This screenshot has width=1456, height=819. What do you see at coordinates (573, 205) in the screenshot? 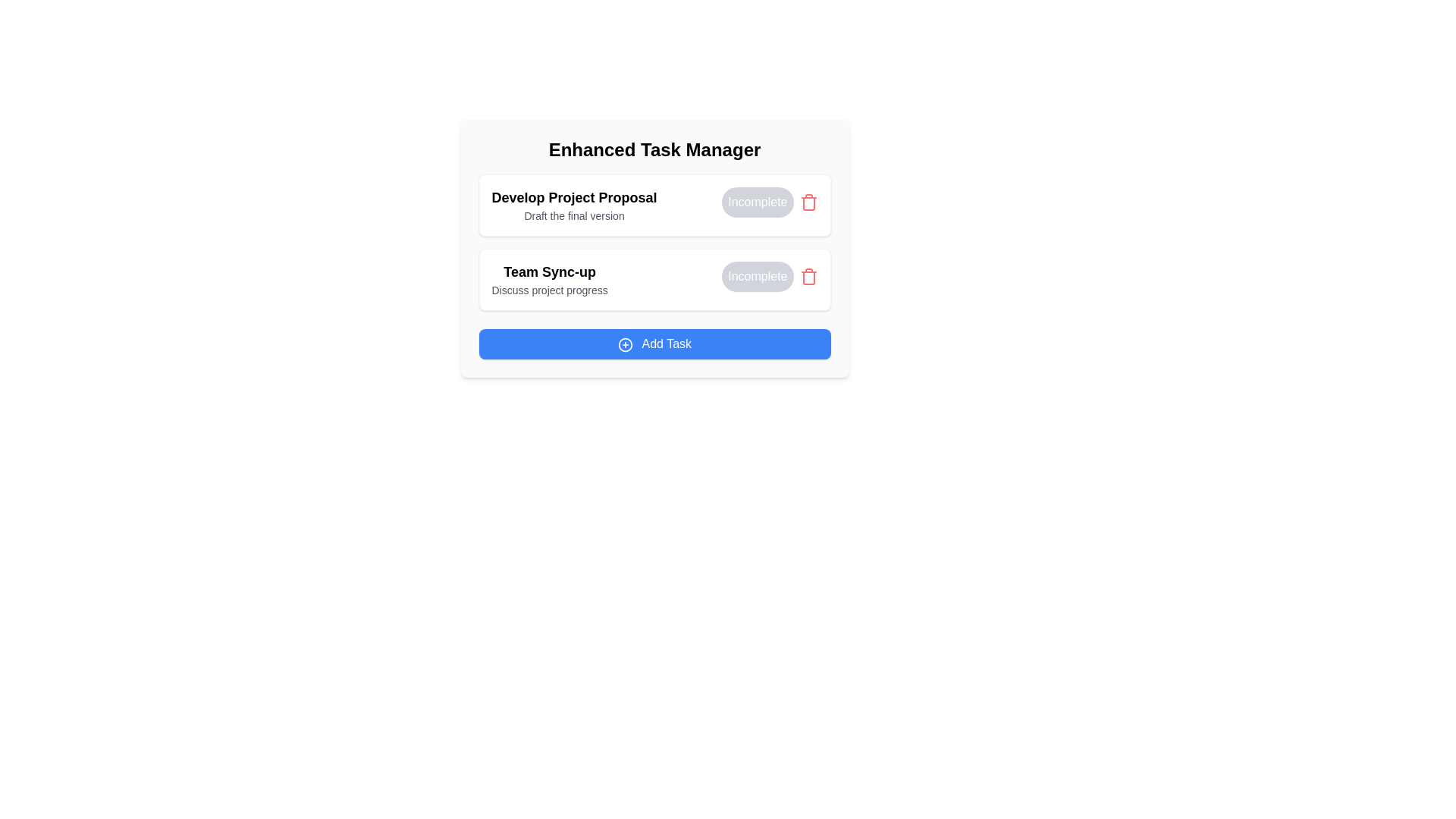
I see `the non-interactive text display component labeled 'Develop Project Proposal'` at bounding box center [573, 205].